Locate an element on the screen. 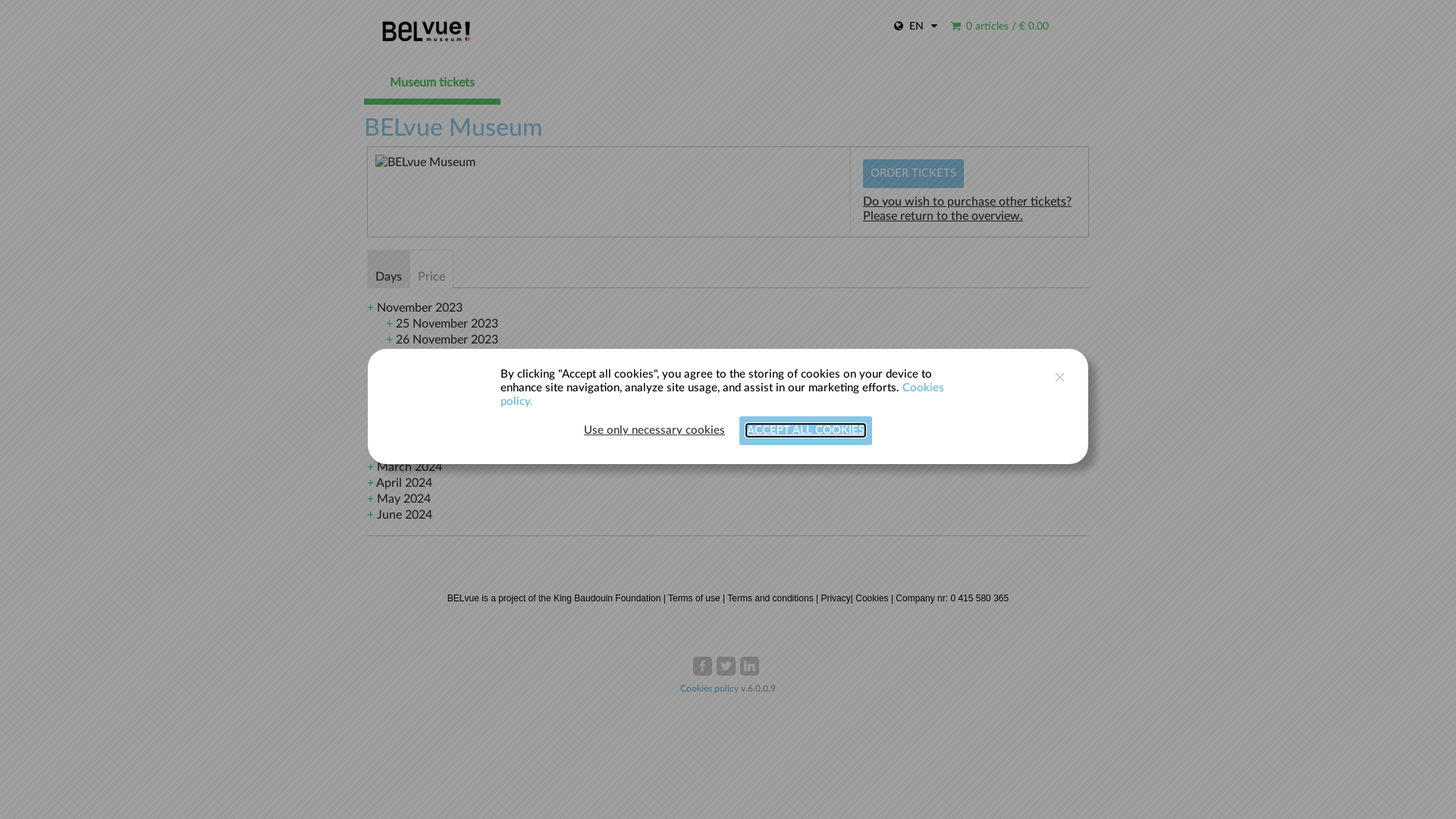 This screenshot has width=1456, height=819. '+' is located at coordinates (370, 499).